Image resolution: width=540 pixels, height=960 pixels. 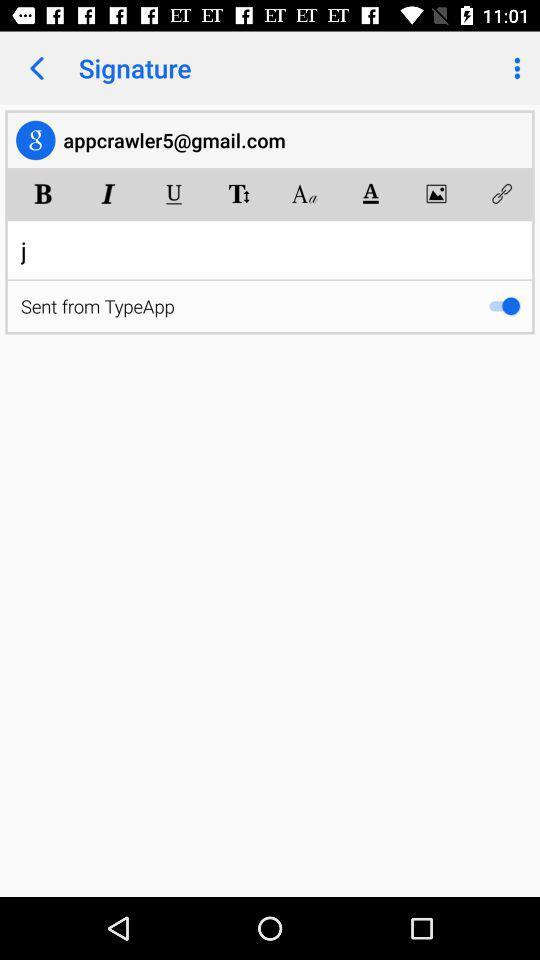 What do you see at coordinates (270, 249) in the screenshot?
I see `the j item` at bounding box center [270, 249].